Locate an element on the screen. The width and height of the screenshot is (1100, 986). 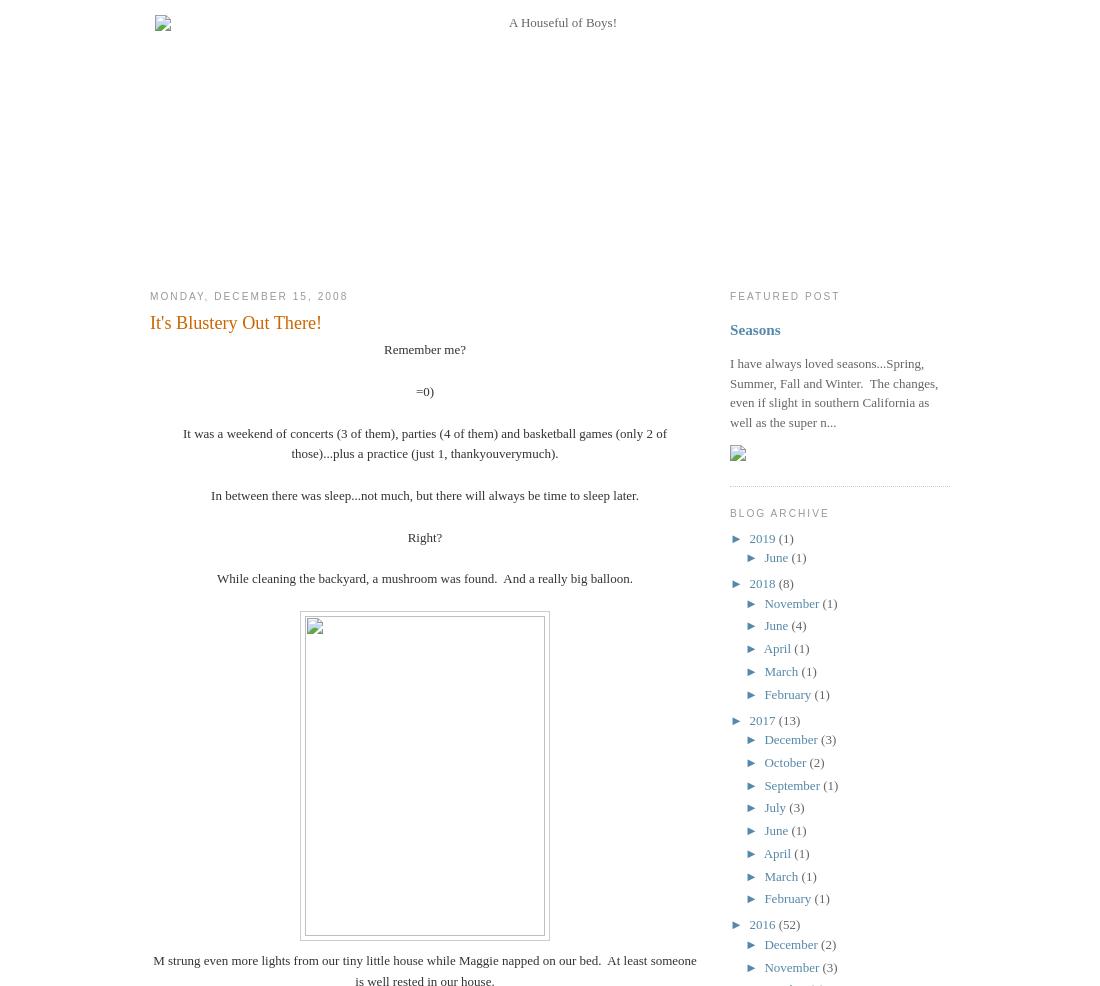
'2016' is located at coordinates (763, 924).